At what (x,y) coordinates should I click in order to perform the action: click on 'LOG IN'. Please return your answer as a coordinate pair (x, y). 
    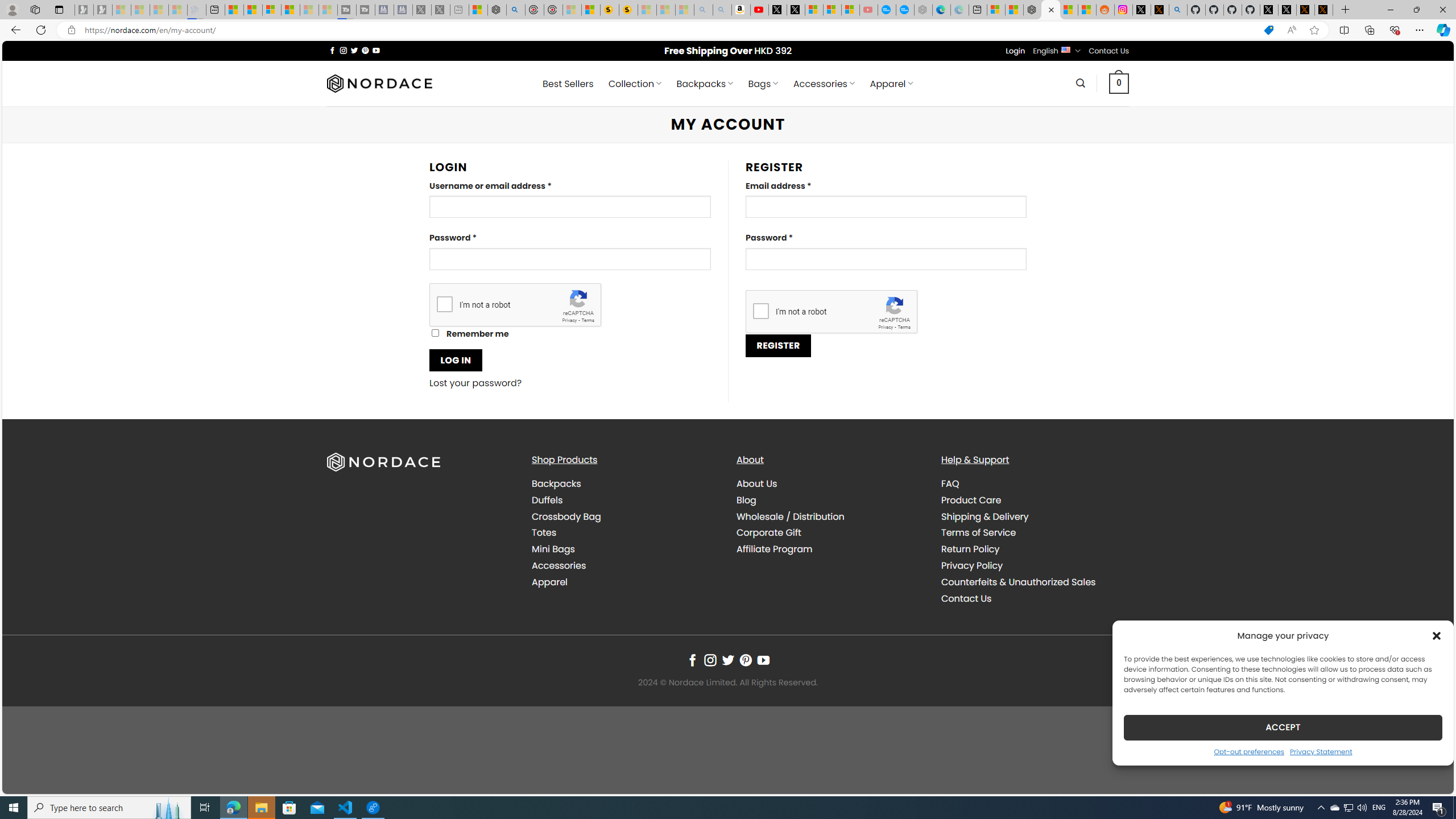
    Looking at the image, I should click on (455, 359).